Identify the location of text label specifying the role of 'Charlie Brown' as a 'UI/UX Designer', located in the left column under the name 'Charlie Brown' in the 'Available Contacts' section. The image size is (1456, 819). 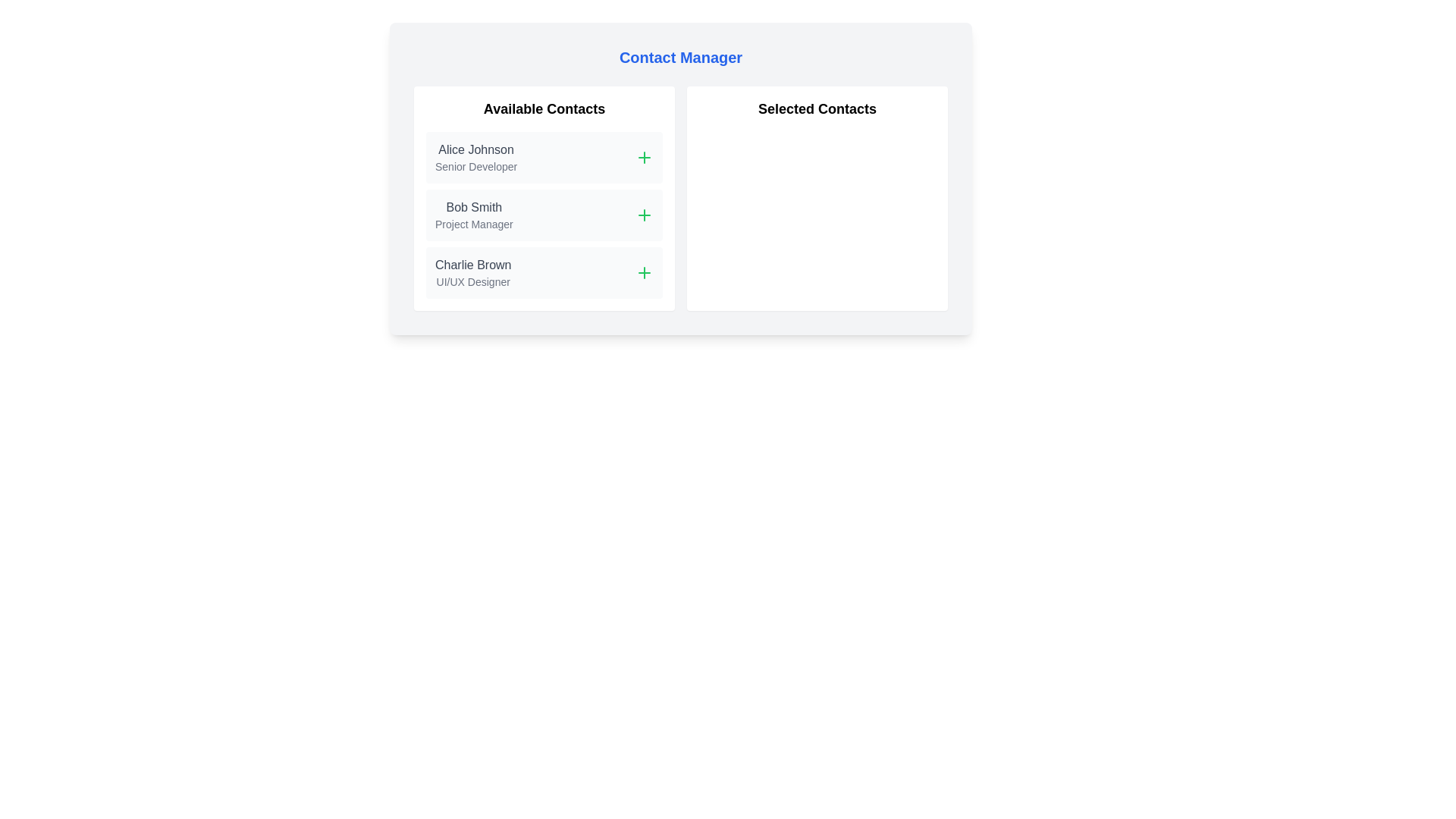
(472, 281).